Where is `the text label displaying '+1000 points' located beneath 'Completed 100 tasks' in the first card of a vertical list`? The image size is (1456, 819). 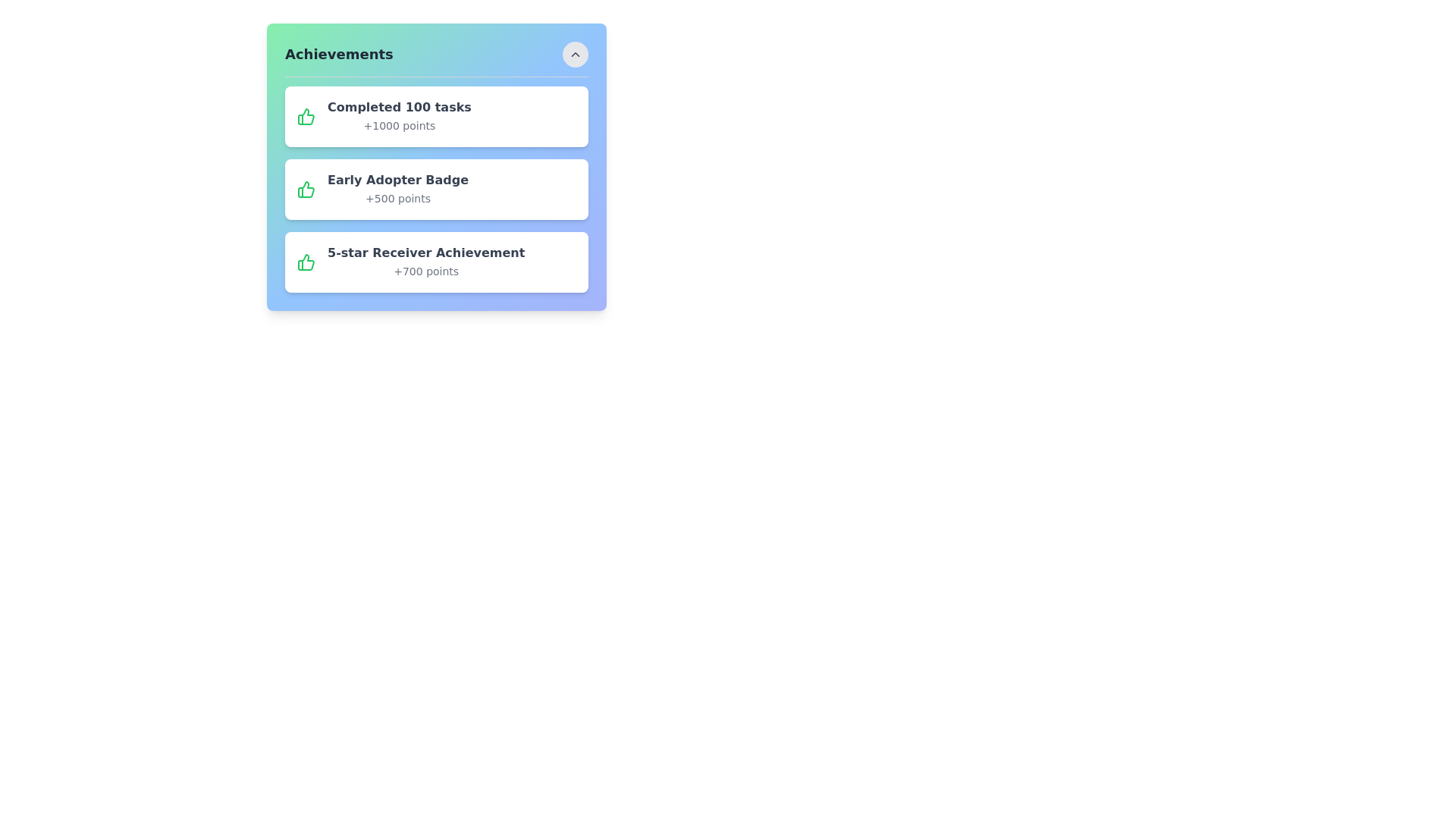
the text label displaying '+1000 points' located beneath 'Completed 100 tasks' in the first card of a vertical list is located at coordinates (399, 124).